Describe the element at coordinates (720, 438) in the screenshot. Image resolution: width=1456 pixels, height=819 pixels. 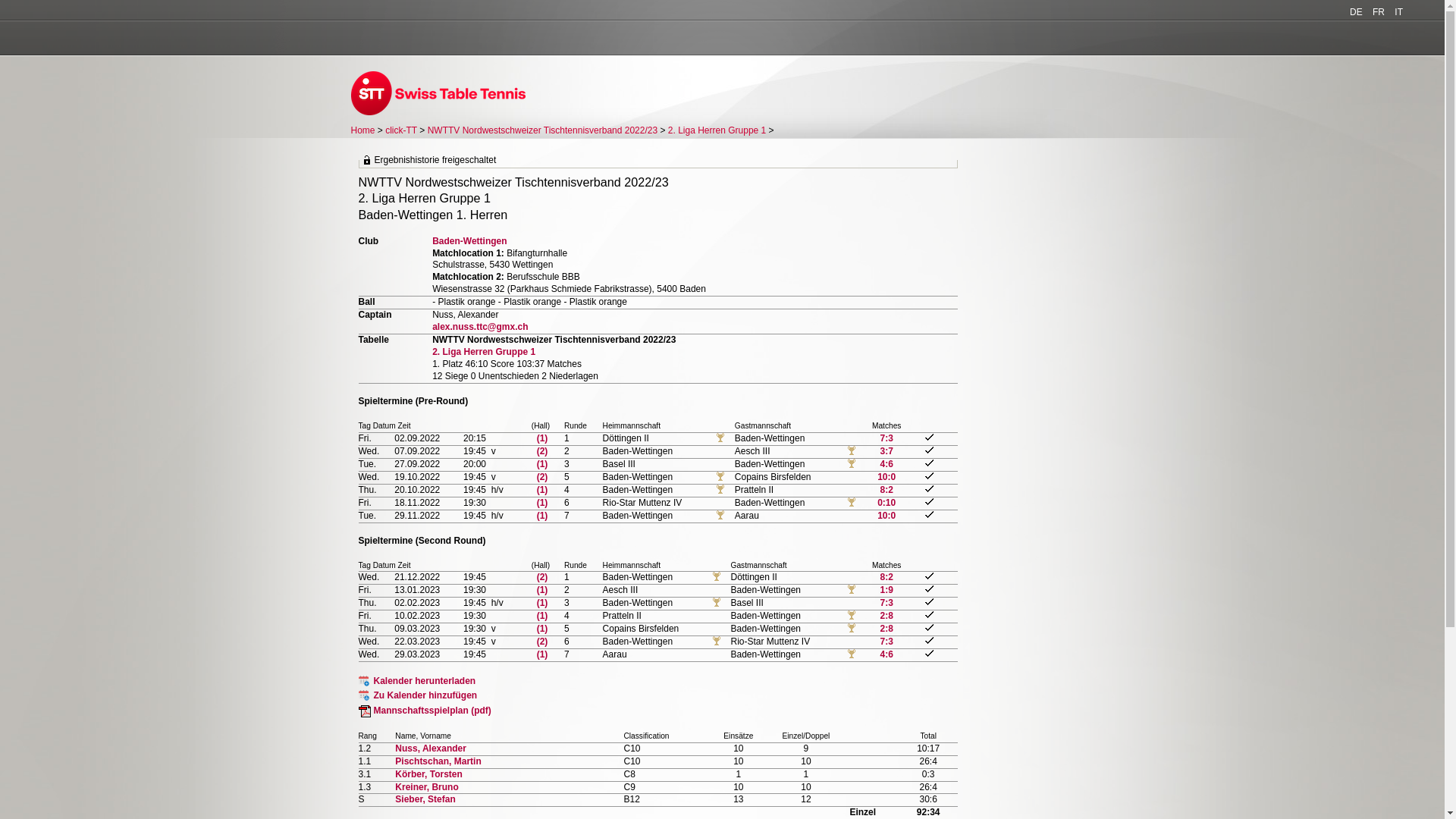
I see `'Victory'` at that location.